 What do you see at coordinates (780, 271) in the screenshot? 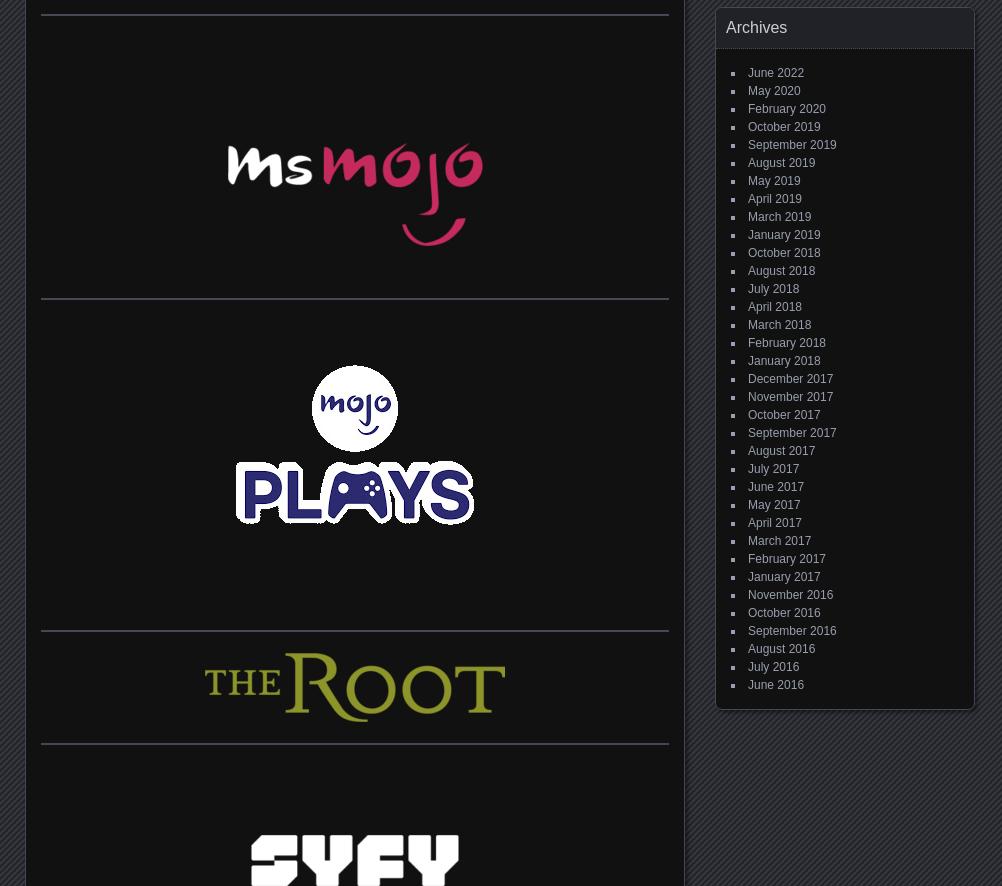
I see `'August 2018'` at bounding box center [780, 271].